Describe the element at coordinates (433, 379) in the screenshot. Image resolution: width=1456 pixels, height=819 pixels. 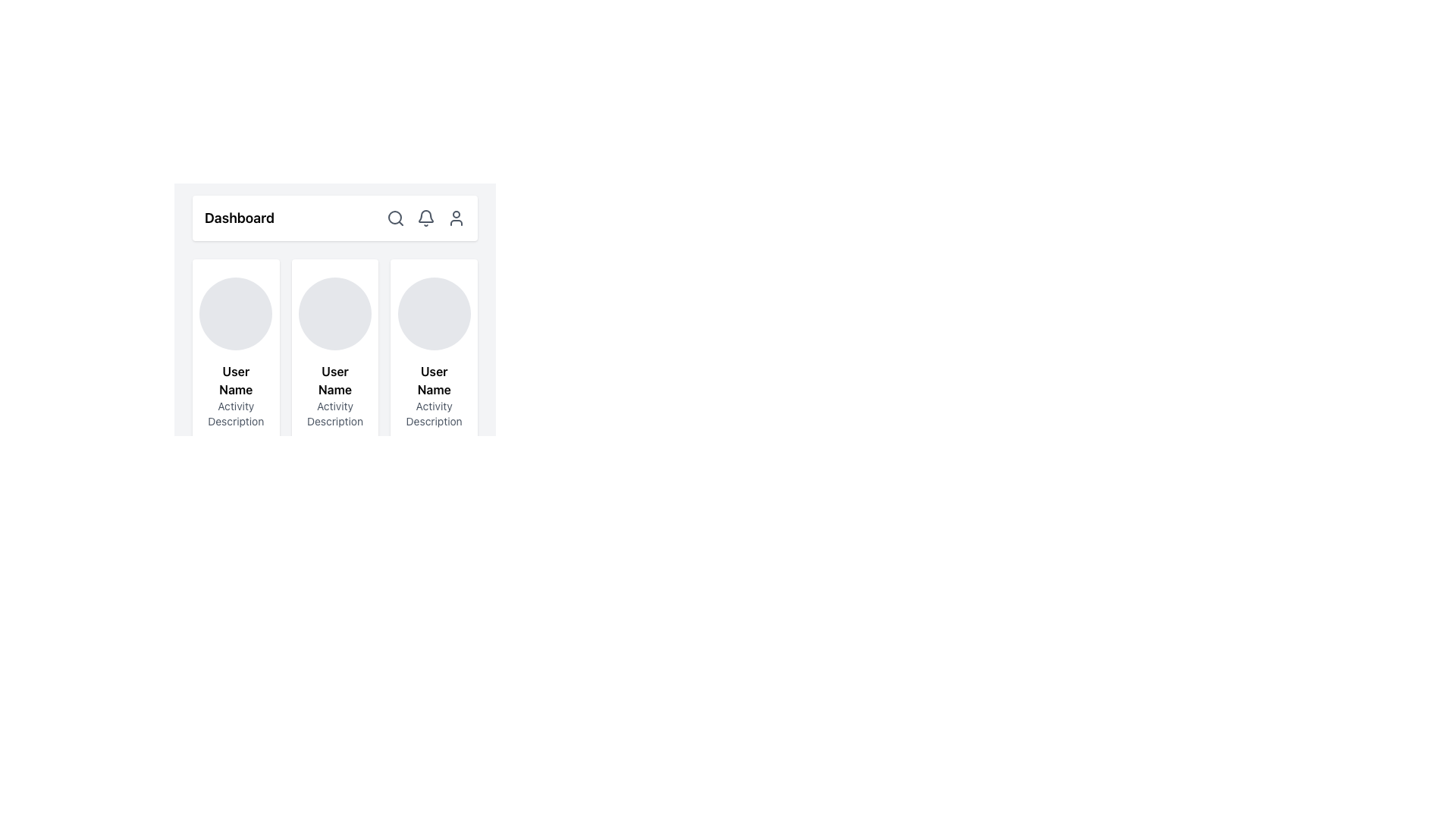
I see `text content of the 'User Name' label located in the third card of a horizontal series, positioned above the 'Activity Description' text` at that location.